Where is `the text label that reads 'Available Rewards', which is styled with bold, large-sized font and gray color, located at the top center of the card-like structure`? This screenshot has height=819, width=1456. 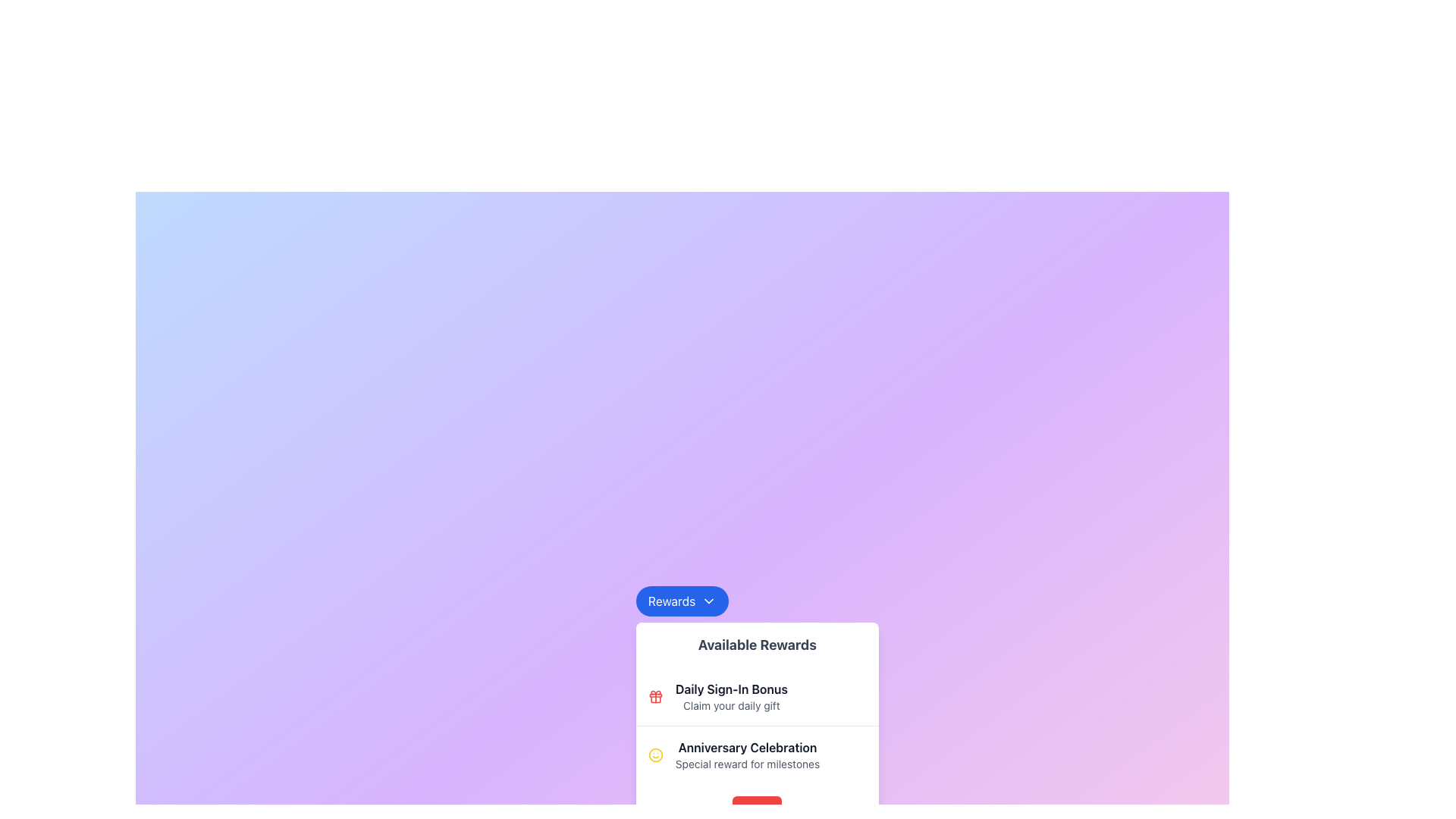
the text label that reads 'Available Rewards', which is styled with bold, large-sized font and gray color, located at the top center of the card-like structure is located at coordinates (757, 645).